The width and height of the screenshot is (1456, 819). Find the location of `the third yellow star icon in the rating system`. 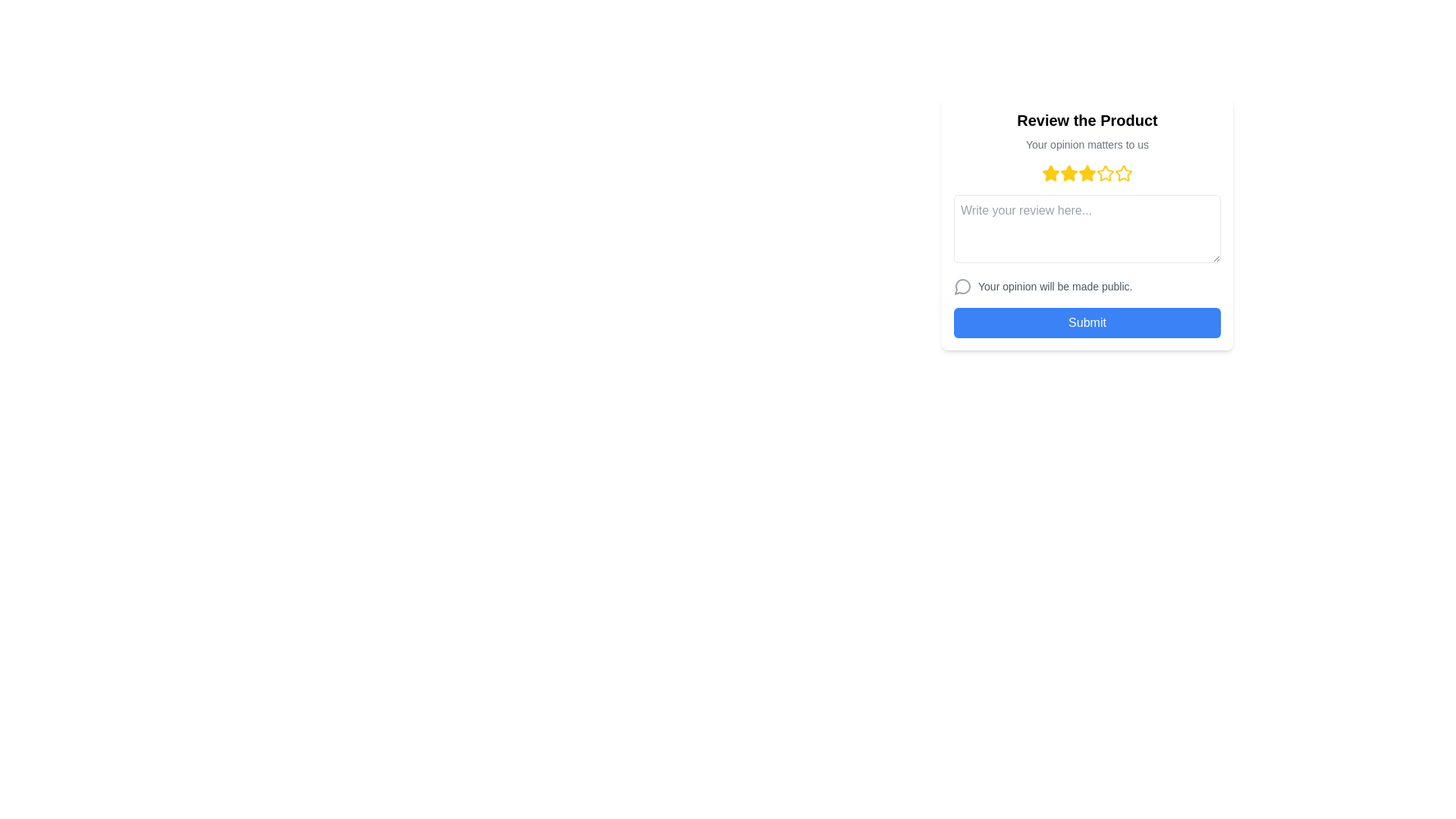

the third yellow star icon in the rating system is located at coordinates (1068, 172).